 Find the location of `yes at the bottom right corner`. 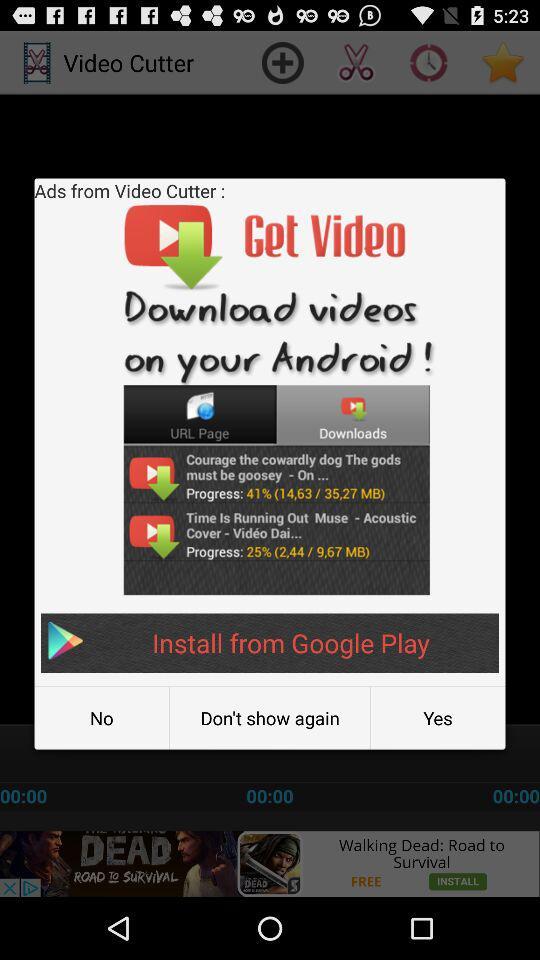

yes at the bottom right corner is located at coordinates (437, 718).